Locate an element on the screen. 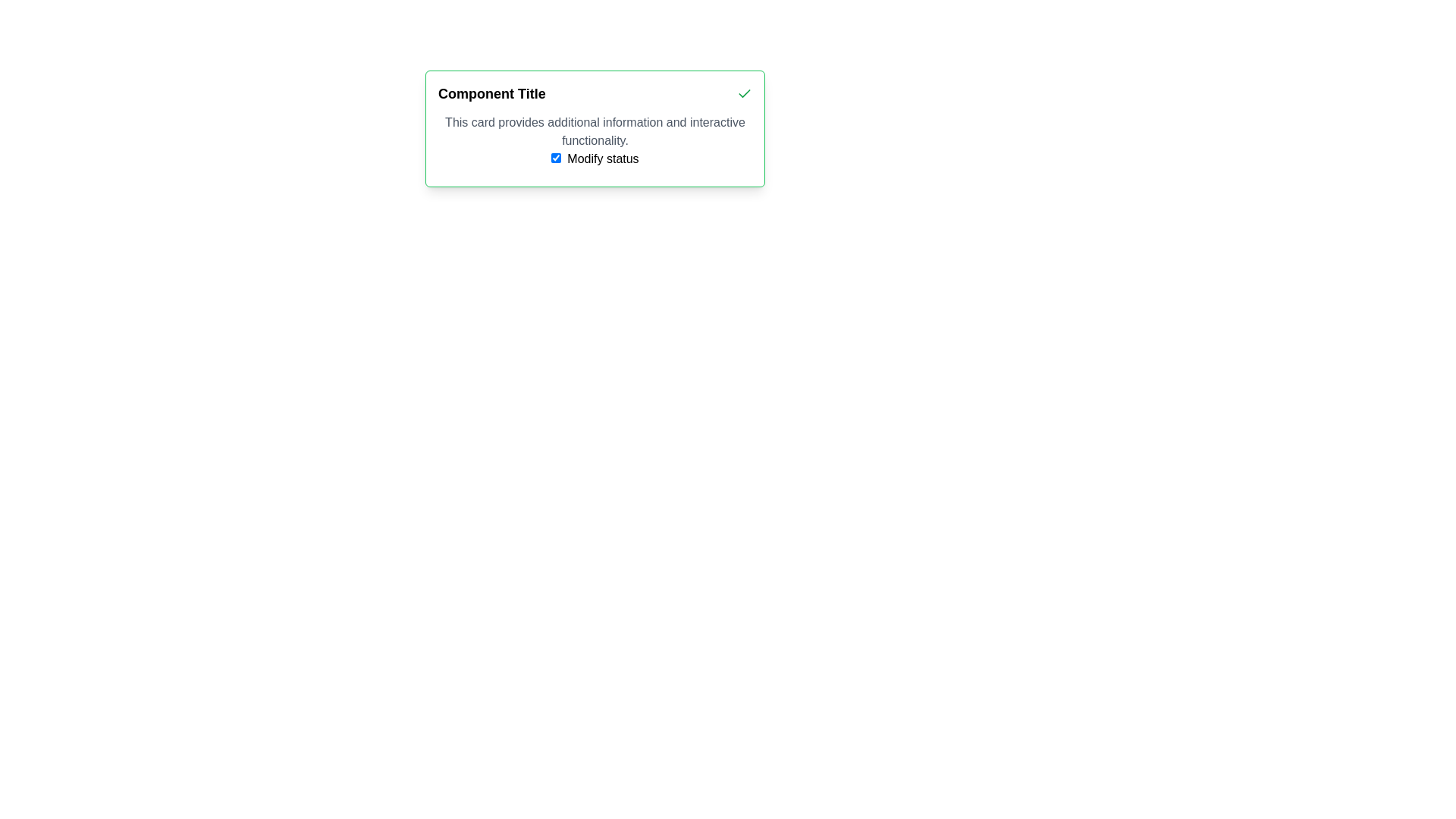 This screenshot has height=819, width=1456. text from the 'Component Title' label, which is styled in bold and large font, located in the top-left area of the card-like UI component is located at coordinates (491, 93).